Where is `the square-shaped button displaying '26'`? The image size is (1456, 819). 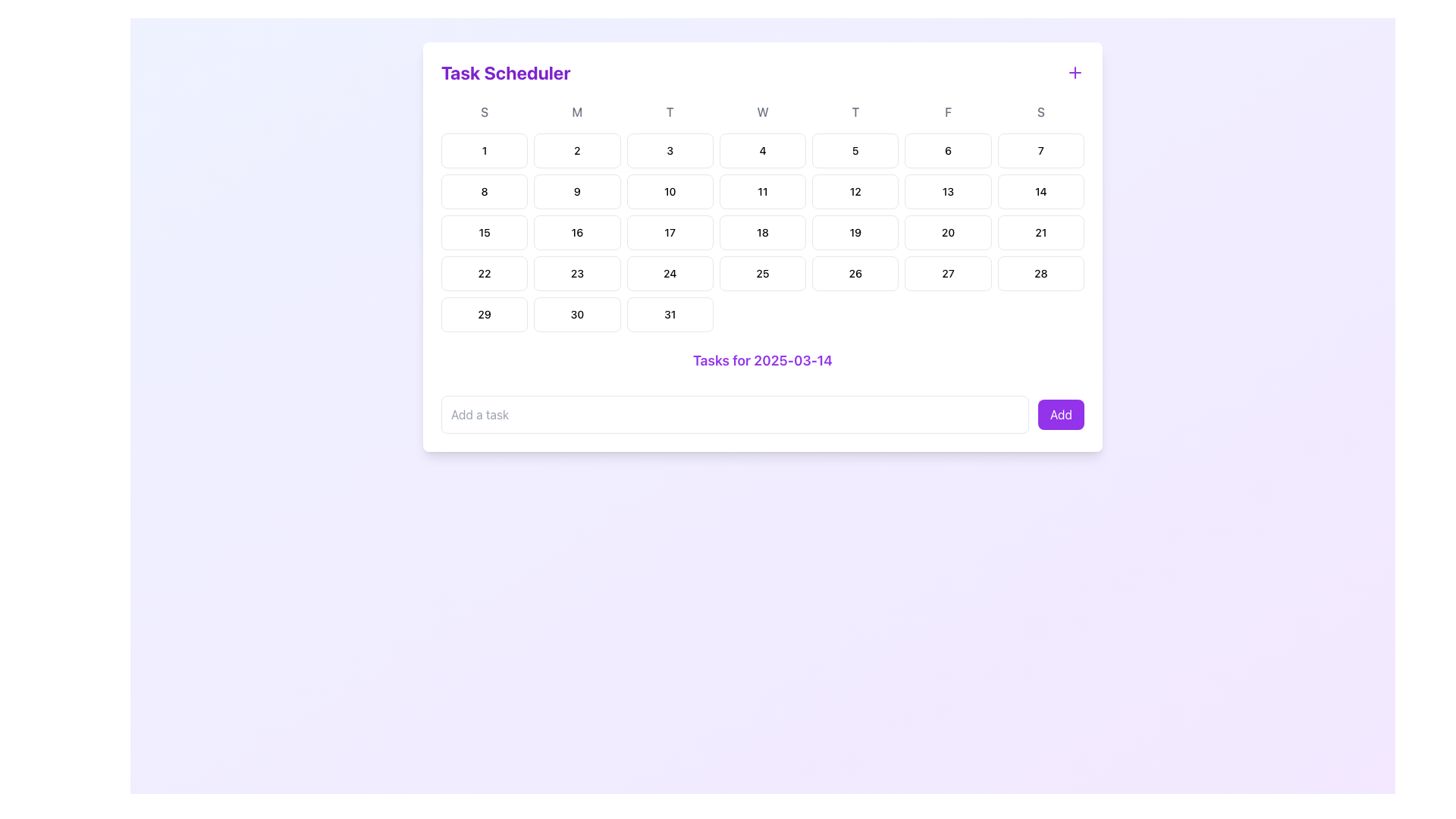
the square-shaped button displaying '26' is located at coordinates (855, 274).